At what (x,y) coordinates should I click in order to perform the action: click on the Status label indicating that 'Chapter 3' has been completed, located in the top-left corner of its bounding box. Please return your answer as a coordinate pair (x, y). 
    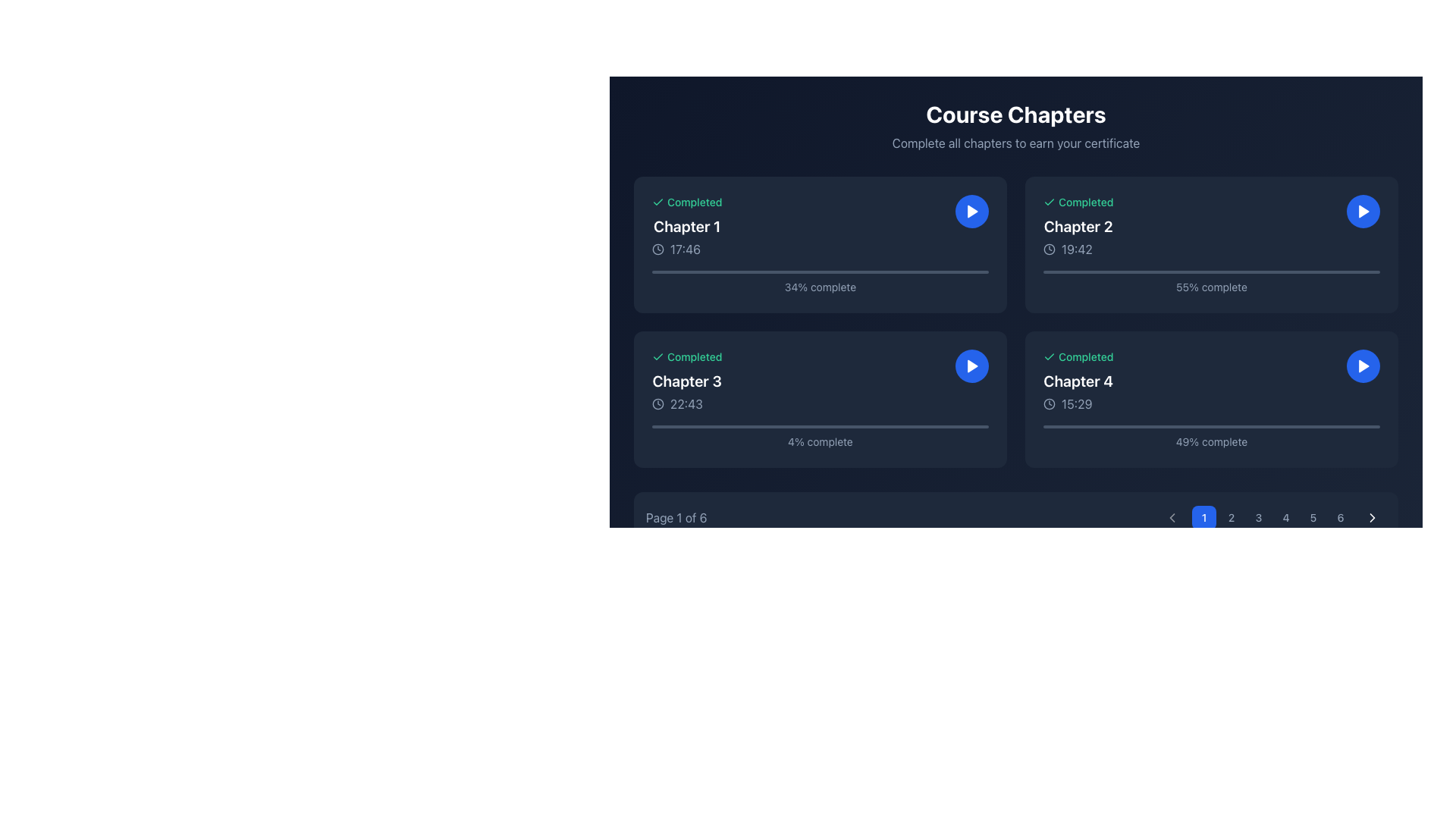
    Looking at the image, I should click on (686, 356).